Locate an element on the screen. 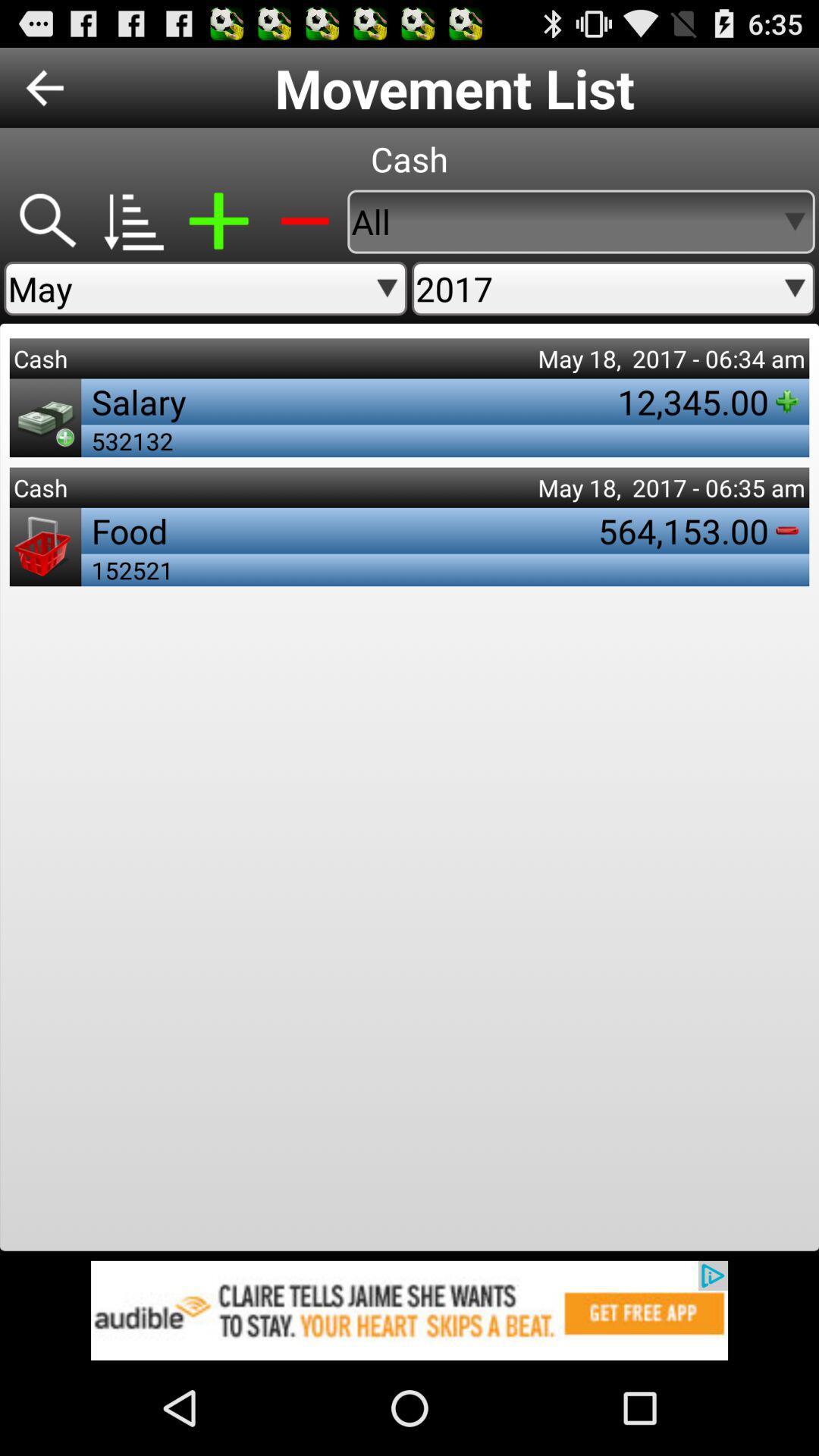 The image size is (819, 1456). delete the record is located at coordinates (304, 221).